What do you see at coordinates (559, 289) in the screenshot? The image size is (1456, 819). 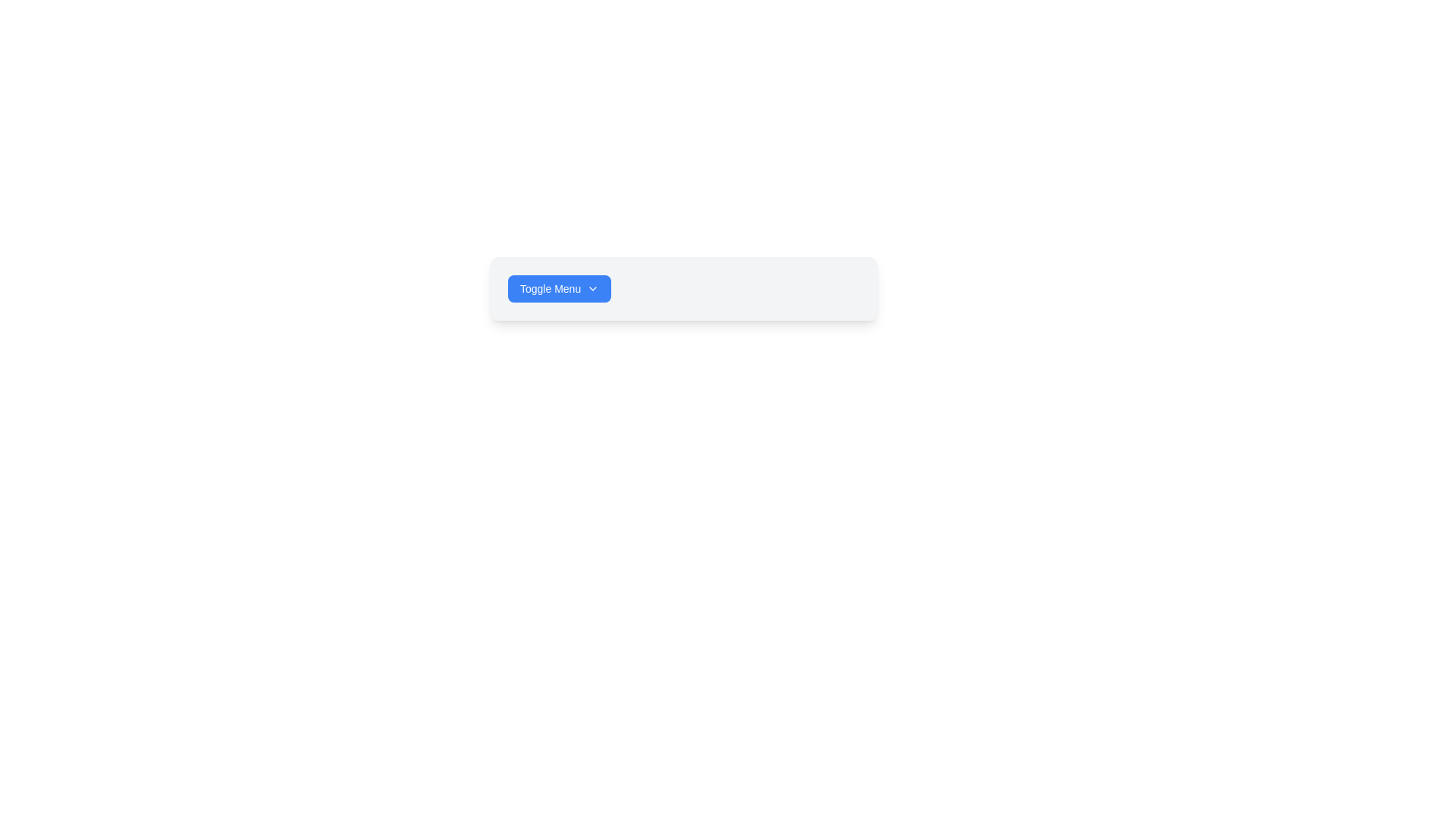 I see `the blue rounded rectangular button labeled 'Toggle Menu'` at bounding box center [559, 289].